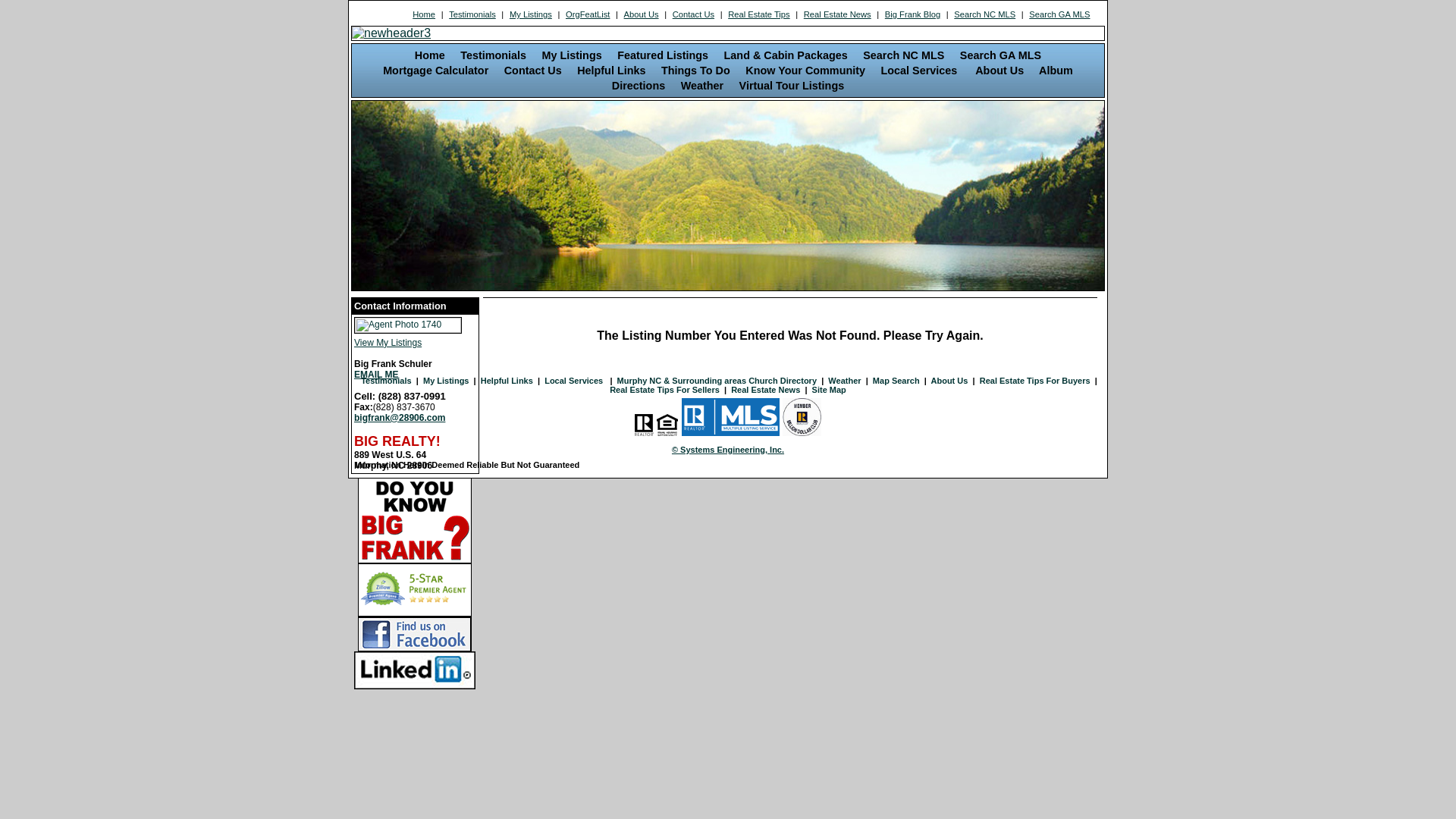 Image resolution: width=1456 pixels, height=819 pixels. I want to click on 'Murphy NC & Surrounding areas Church Directory', so click(716, 379).